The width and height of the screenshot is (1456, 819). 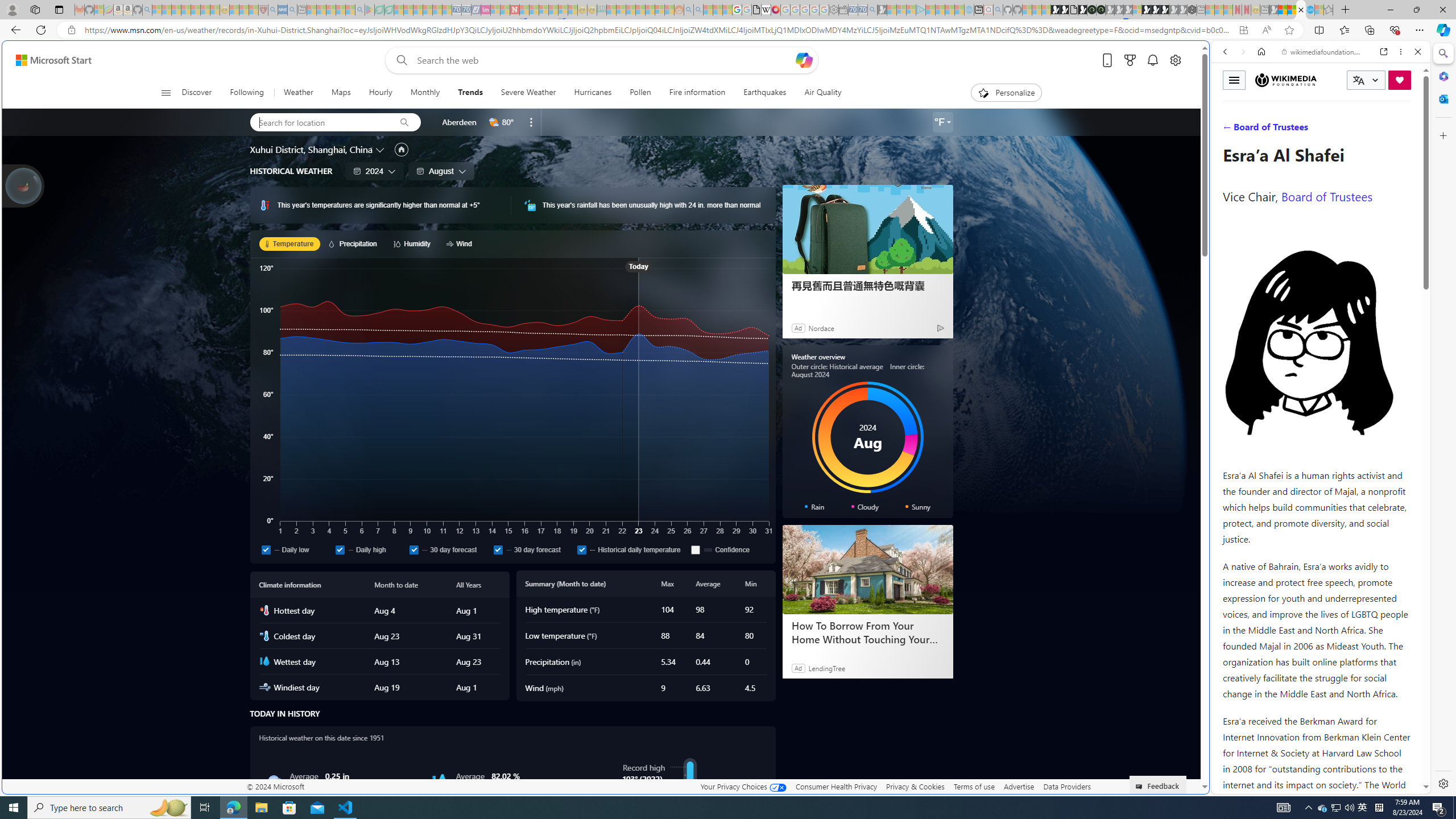 I want to click on 'CURRENT LANGUAGE:', so click(x=1366, y=80).